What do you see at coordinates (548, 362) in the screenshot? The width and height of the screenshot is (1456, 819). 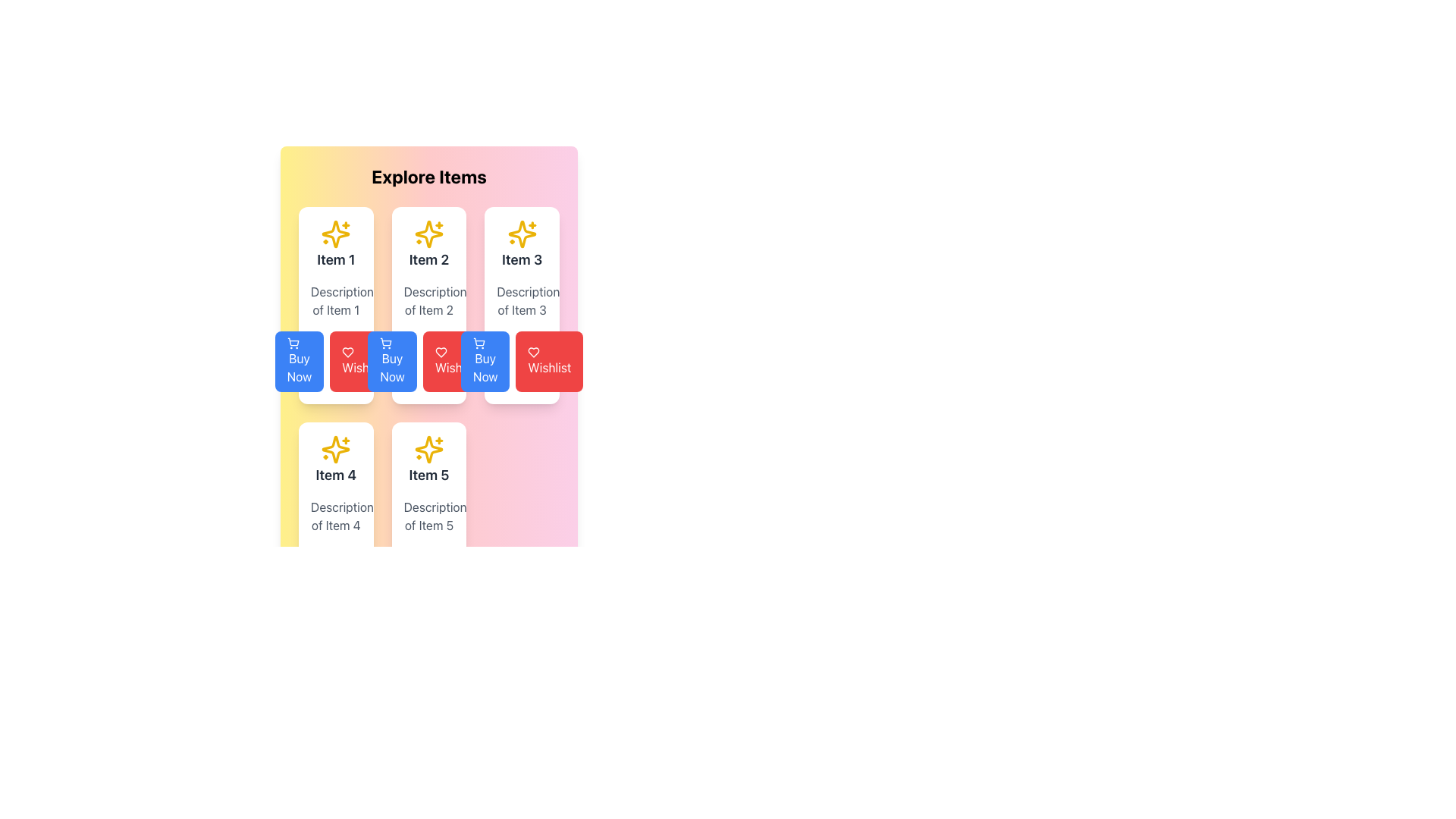 I see `the red 'Wishlist' button with white text and a heart icon, located to the right of the blue 'Buy Now' button under 'Item 3' in the grid of items` at bounding box center [548, 362].